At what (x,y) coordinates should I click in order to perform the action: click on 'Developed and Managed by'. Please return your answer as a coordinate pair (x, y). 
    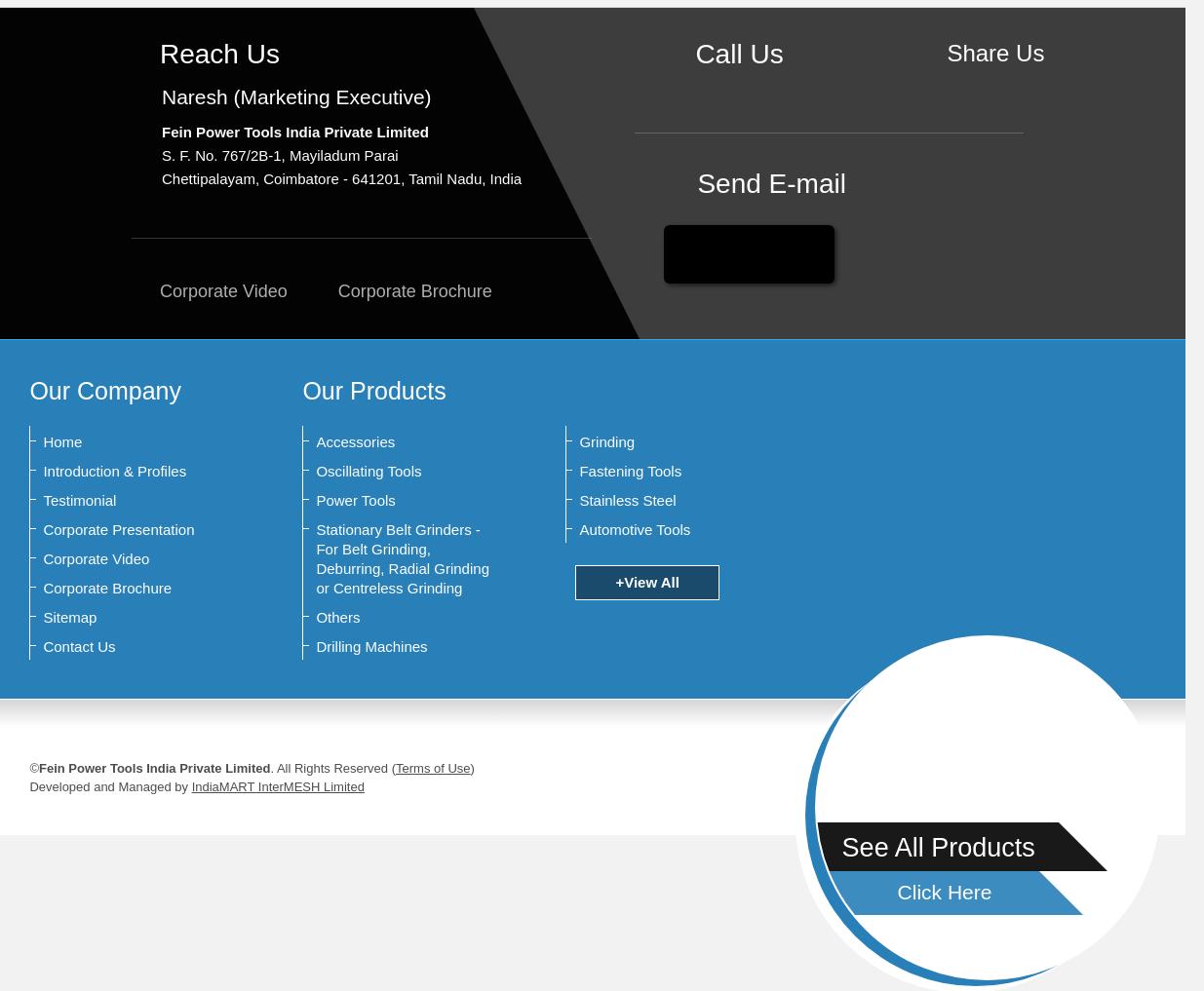
    Looking at the image, I should click on (109, 785).